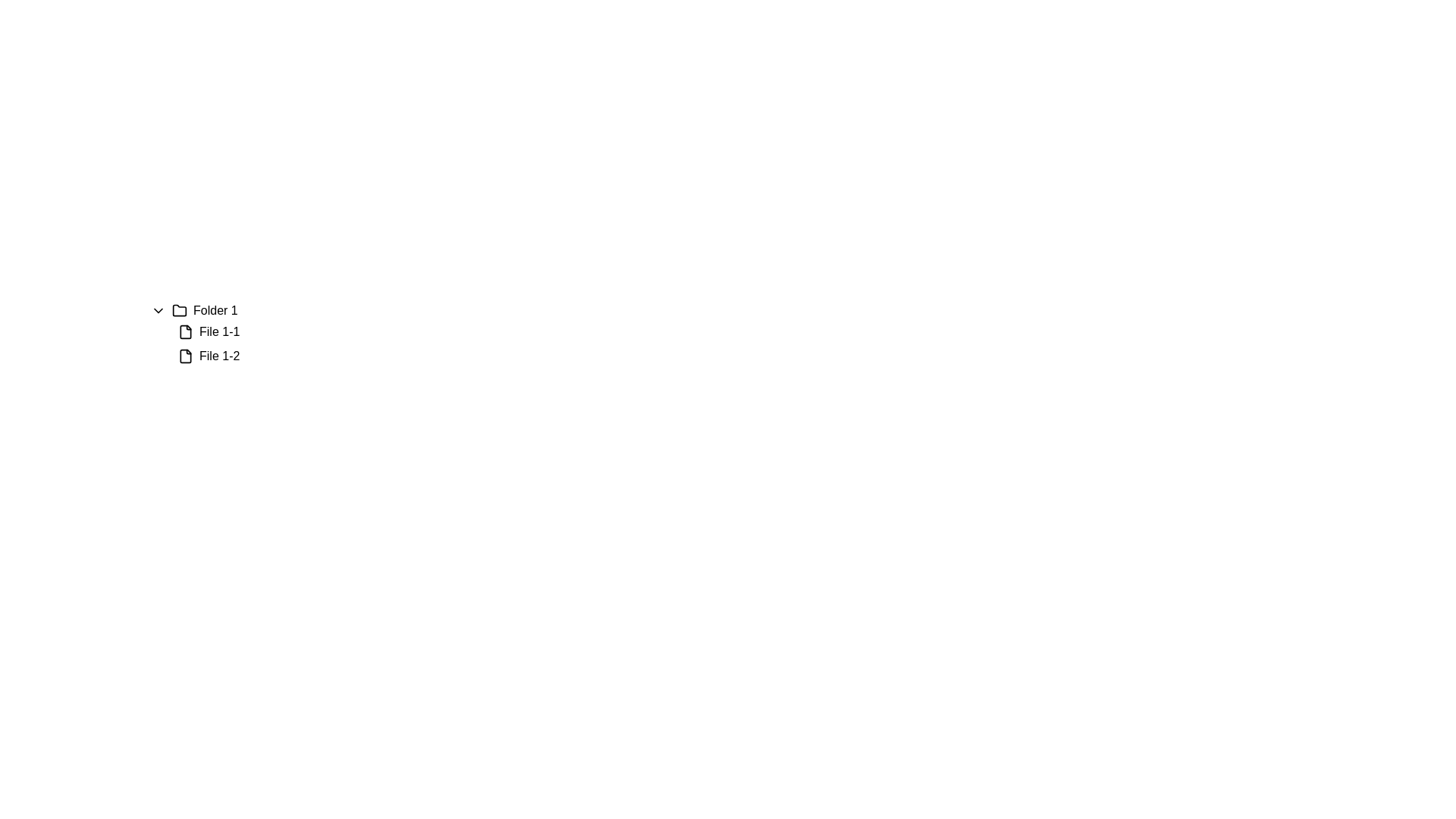 This screenshot has width=1456, height=819. What do you see at coordinates (184, 331) in the screenshot?
I see `the file icon representing 'File 1-1' located under 'Folder 1'` at bounding box center [184, 331].